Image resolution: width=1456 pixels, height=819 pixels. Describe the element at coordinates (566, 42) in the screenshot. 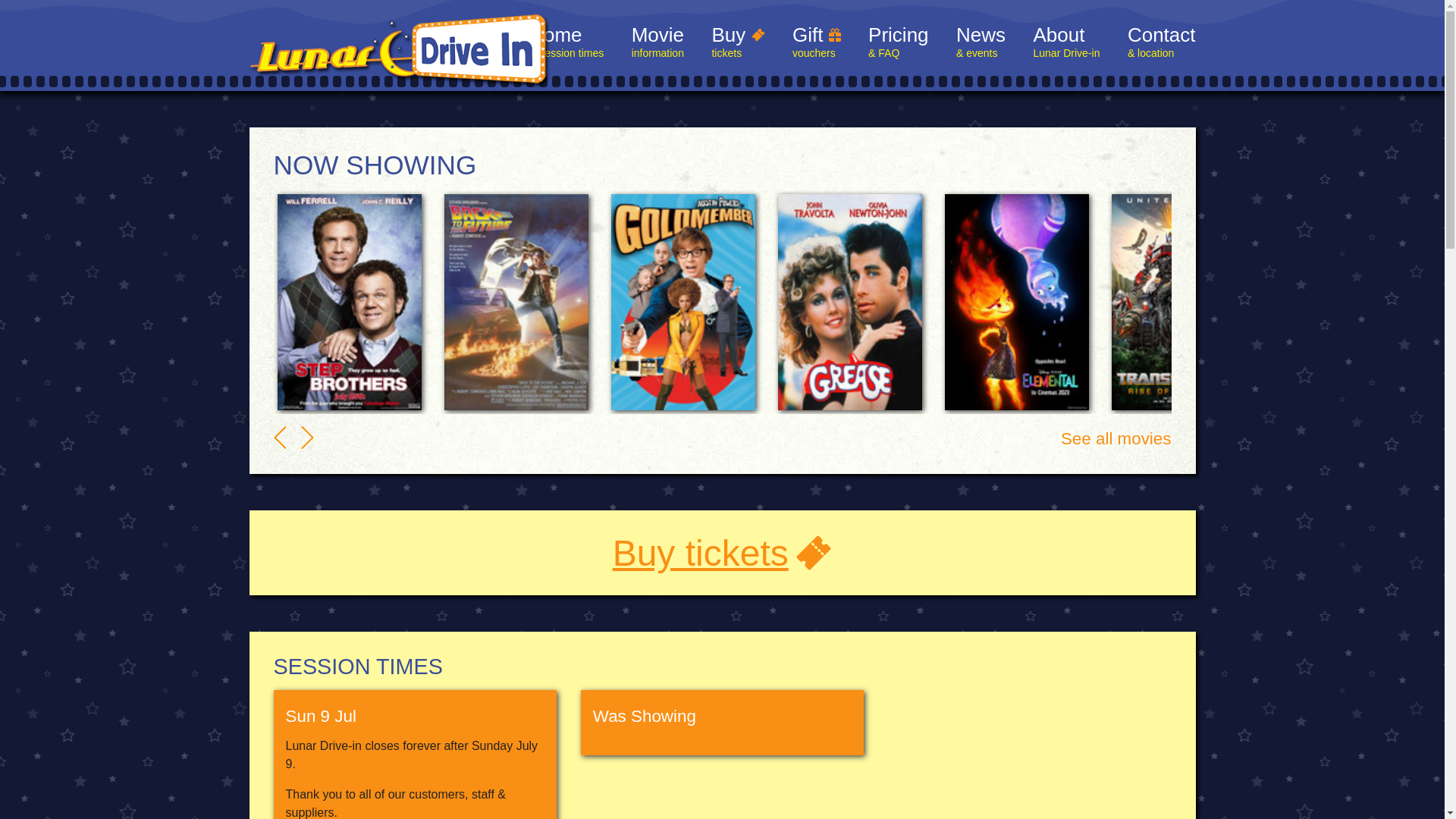

I see `'Home` at that location.